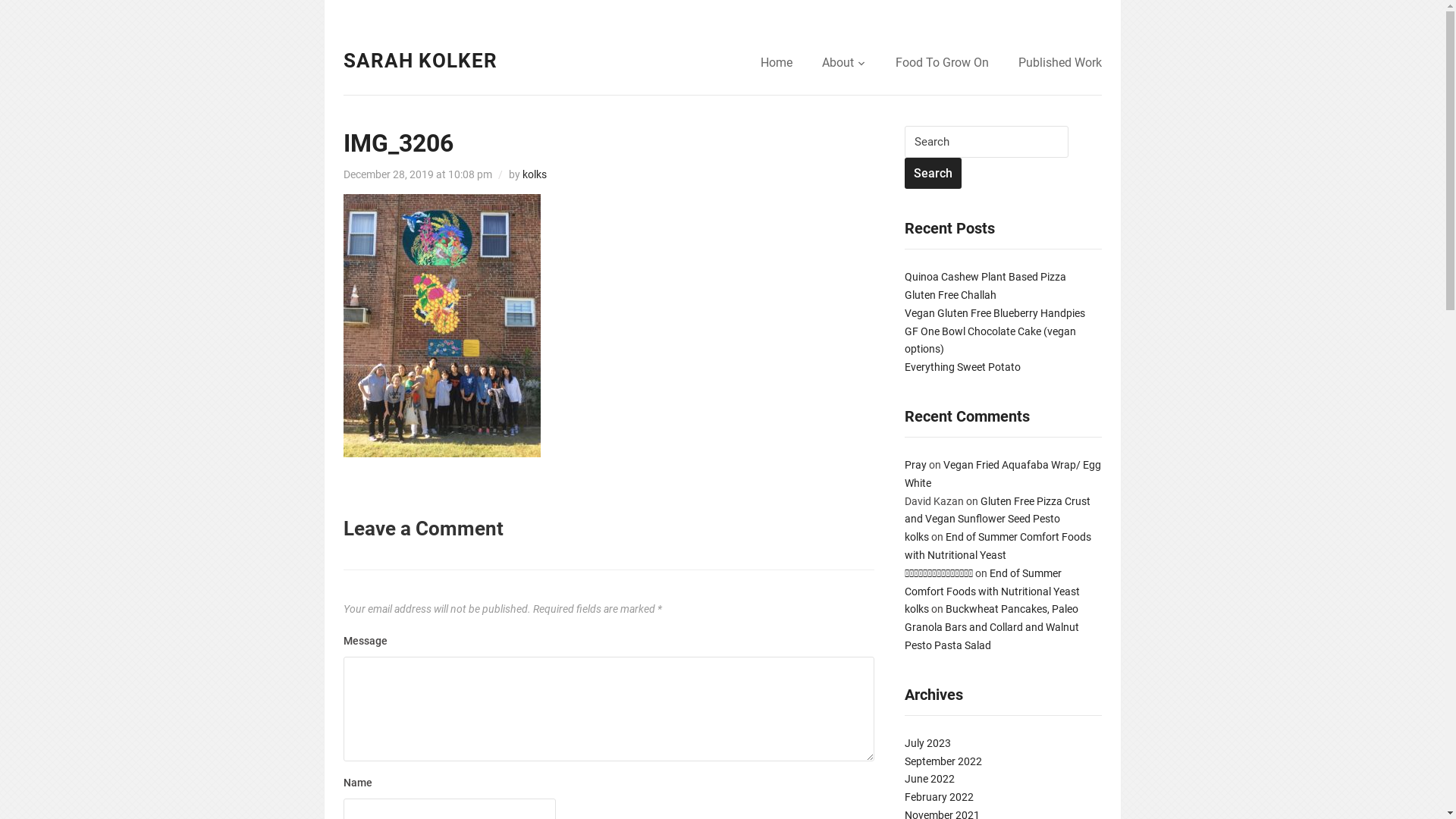 The width and height of the screenshot is (1456, 819). I want to click on 'Vegan Gluten Free Blueberry Handpies', so click(993, 312).